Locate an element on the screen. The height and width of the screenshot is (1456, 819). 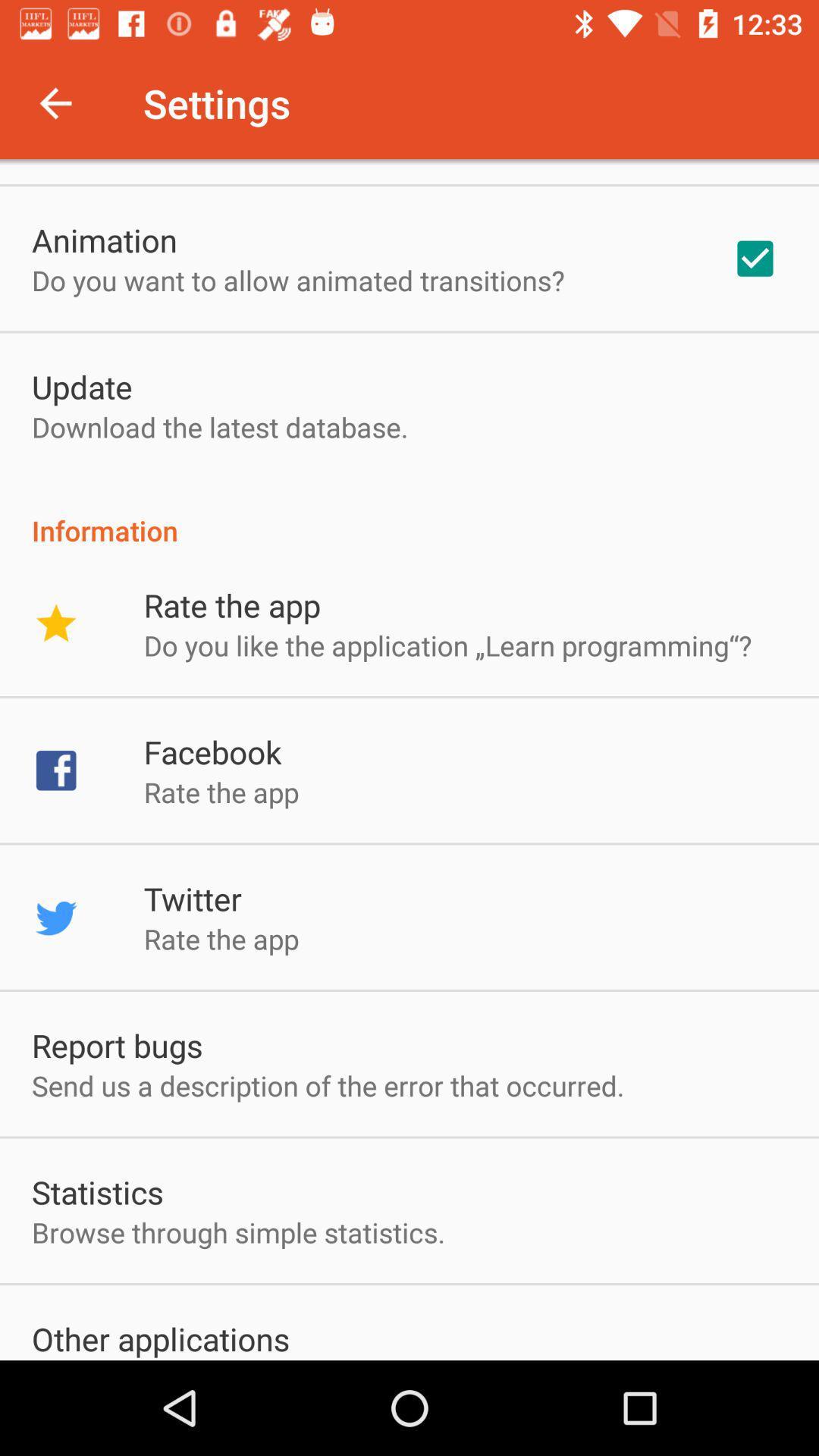
app above do you want is located at coordinates (104, 239).